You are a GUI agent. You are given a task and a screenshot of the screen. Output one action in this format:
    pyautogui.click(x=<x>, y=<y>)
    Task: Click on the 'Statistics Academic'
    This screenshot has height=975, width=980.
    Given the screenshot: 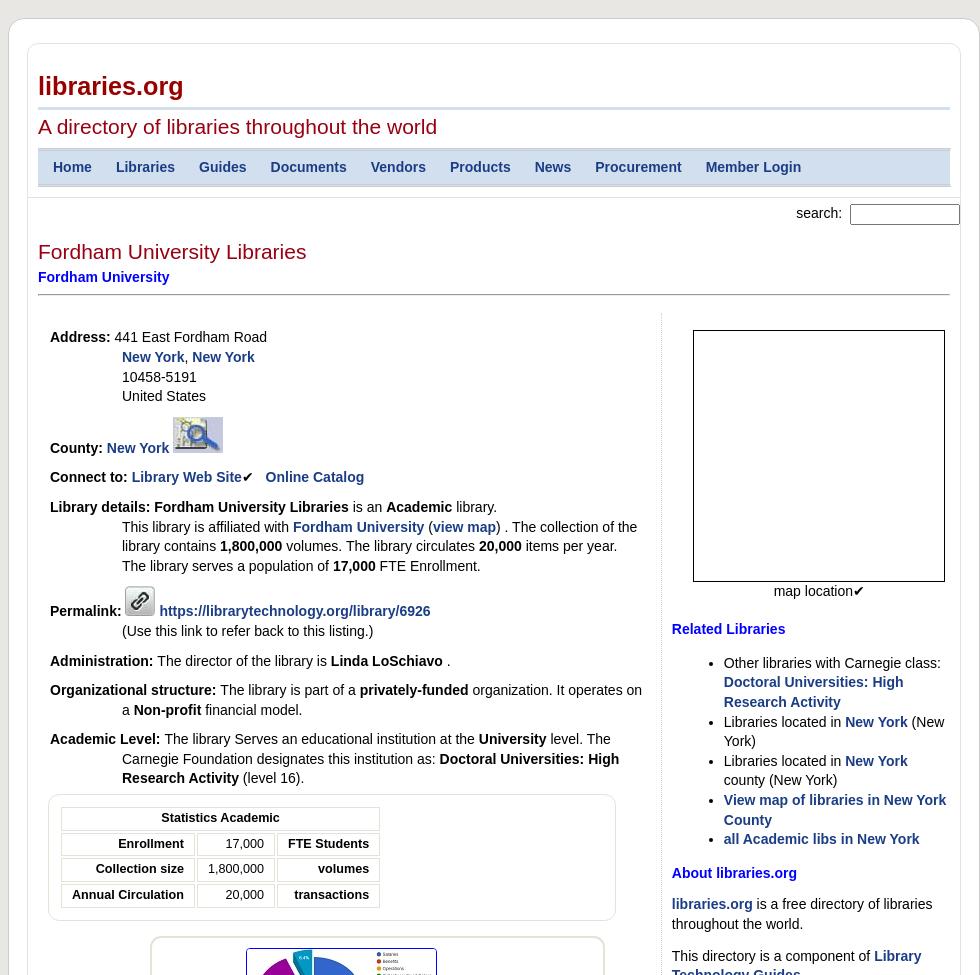 What is the action you would take?
    pyautogui.click(x=220, y=818)
    